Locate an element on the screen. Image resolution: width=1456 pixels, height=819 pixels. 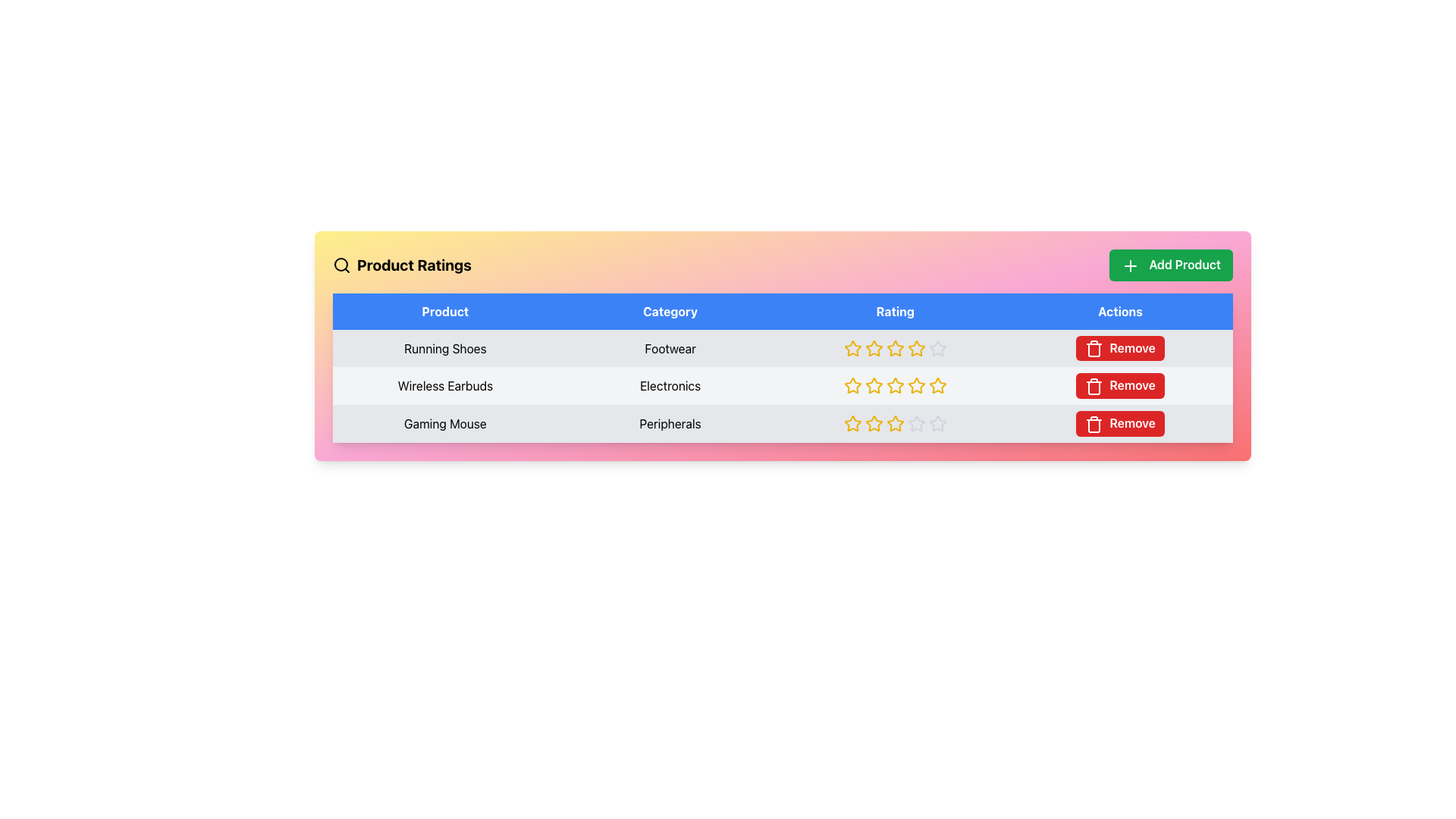
the 'Remove' button with a red background and white text in the Actions column of the 'Running Shoes' product row is located at coordinates (1120, 348).